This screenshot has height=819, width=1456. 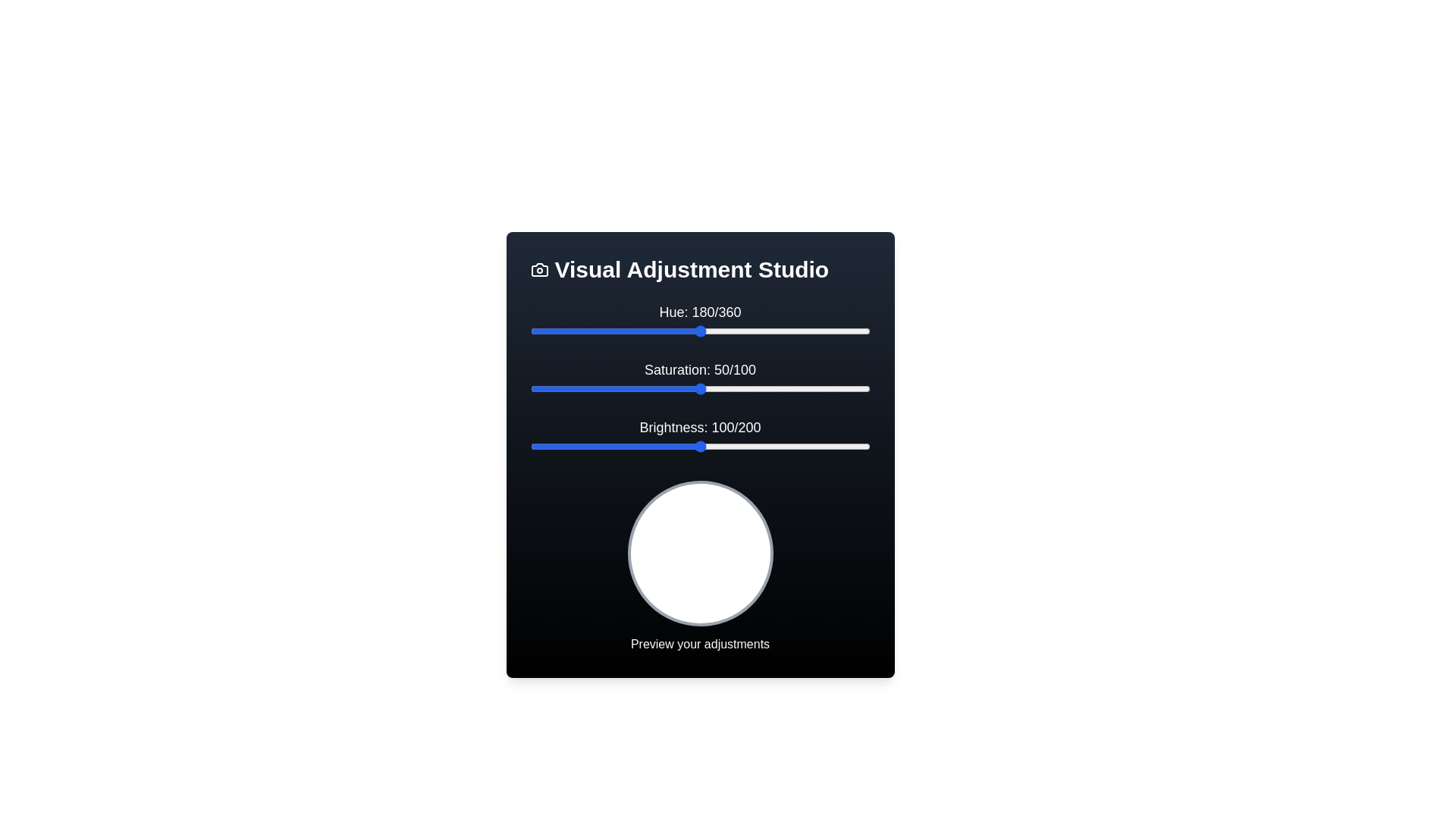 I want to click on the 'Saturation' slider to 50 within its range, so click(x=699, y=388).